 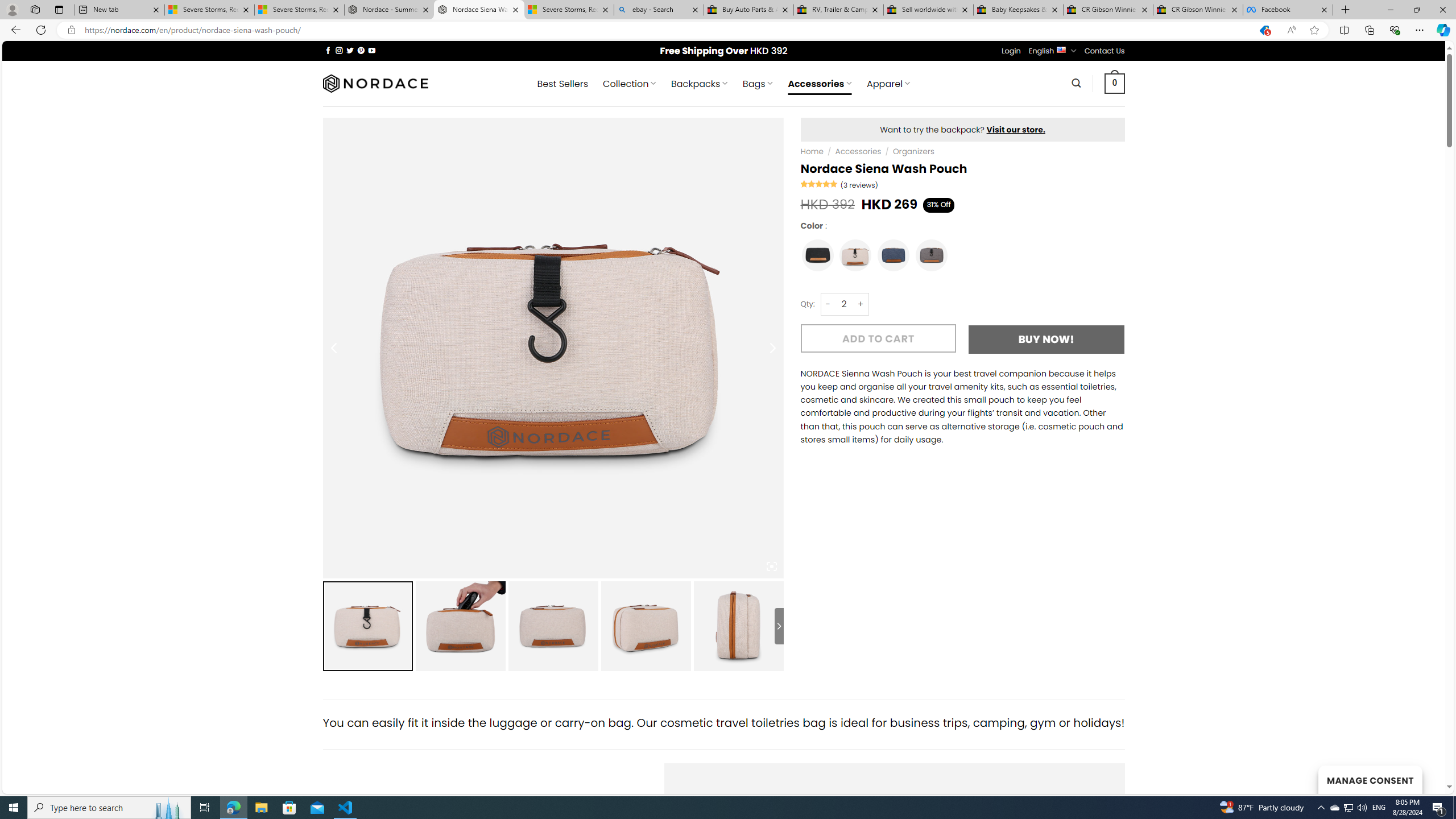 I want to click on 'Rated 5.00 out of 5', so click(x=819, y=183).